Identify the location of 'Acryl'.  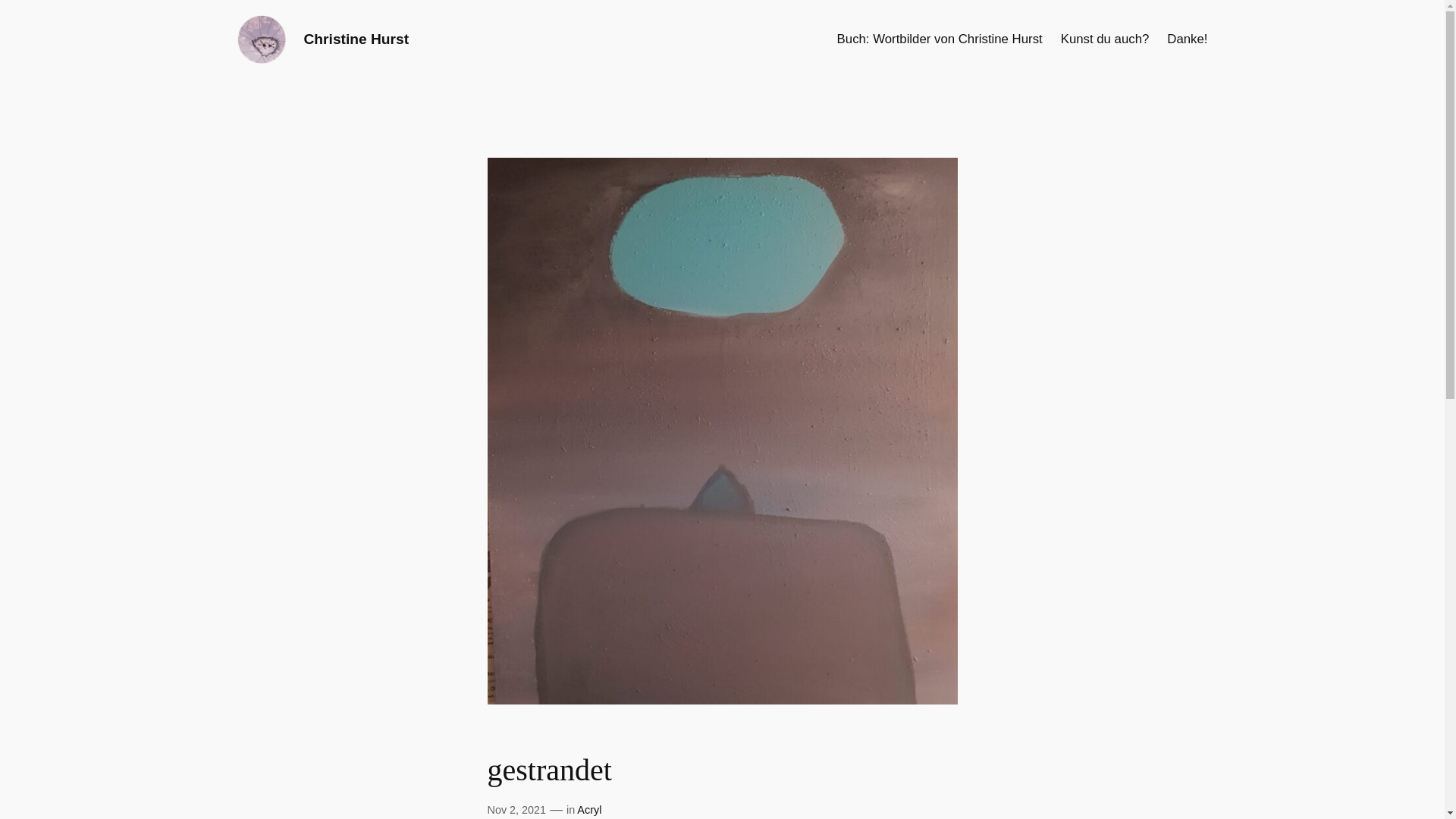
(588, 809).